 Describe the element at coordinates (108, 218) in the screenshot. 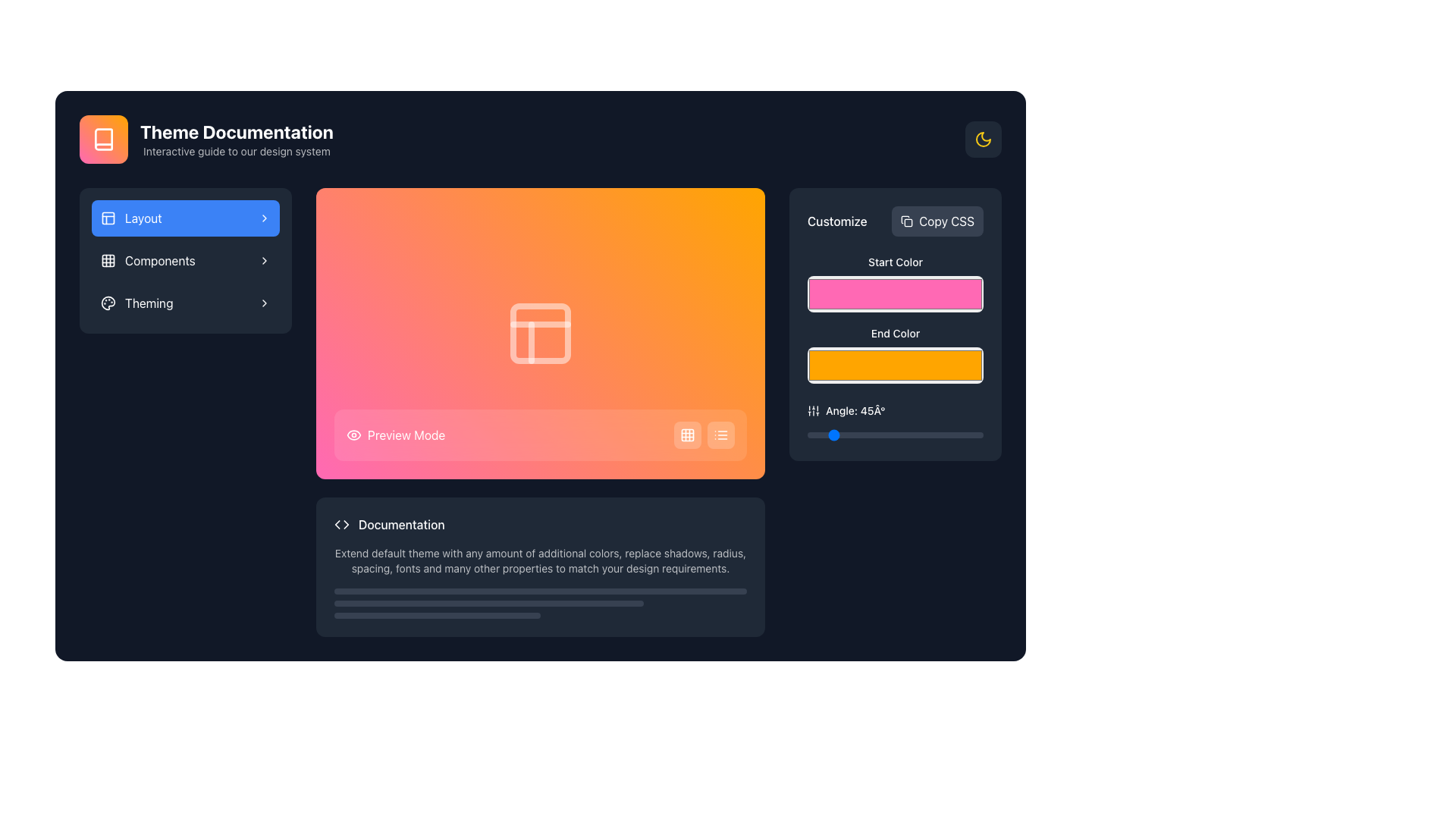

I see `the layout icon located in the left sidebar next to the 'Layout' label, which is styled with an outlined grid representation` at that location.